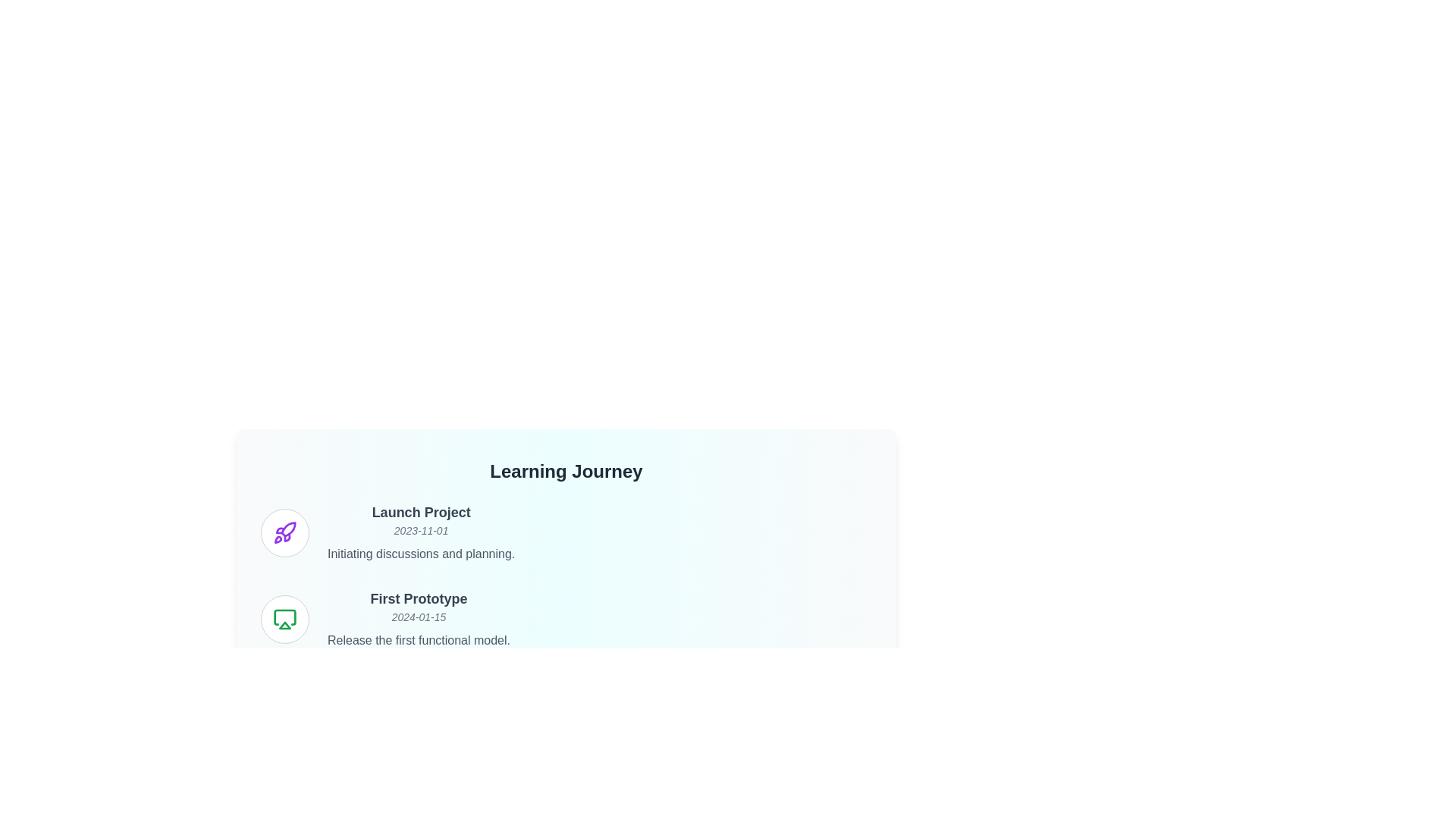 The height and width of the screenshot is (819, 1456). What do you see at coordinates (419, 617) in the screenshot?
I see `the date indicator text label located below 'First Prototype' and above 'Release the first functional model.'` at bounding box center [419, 617].